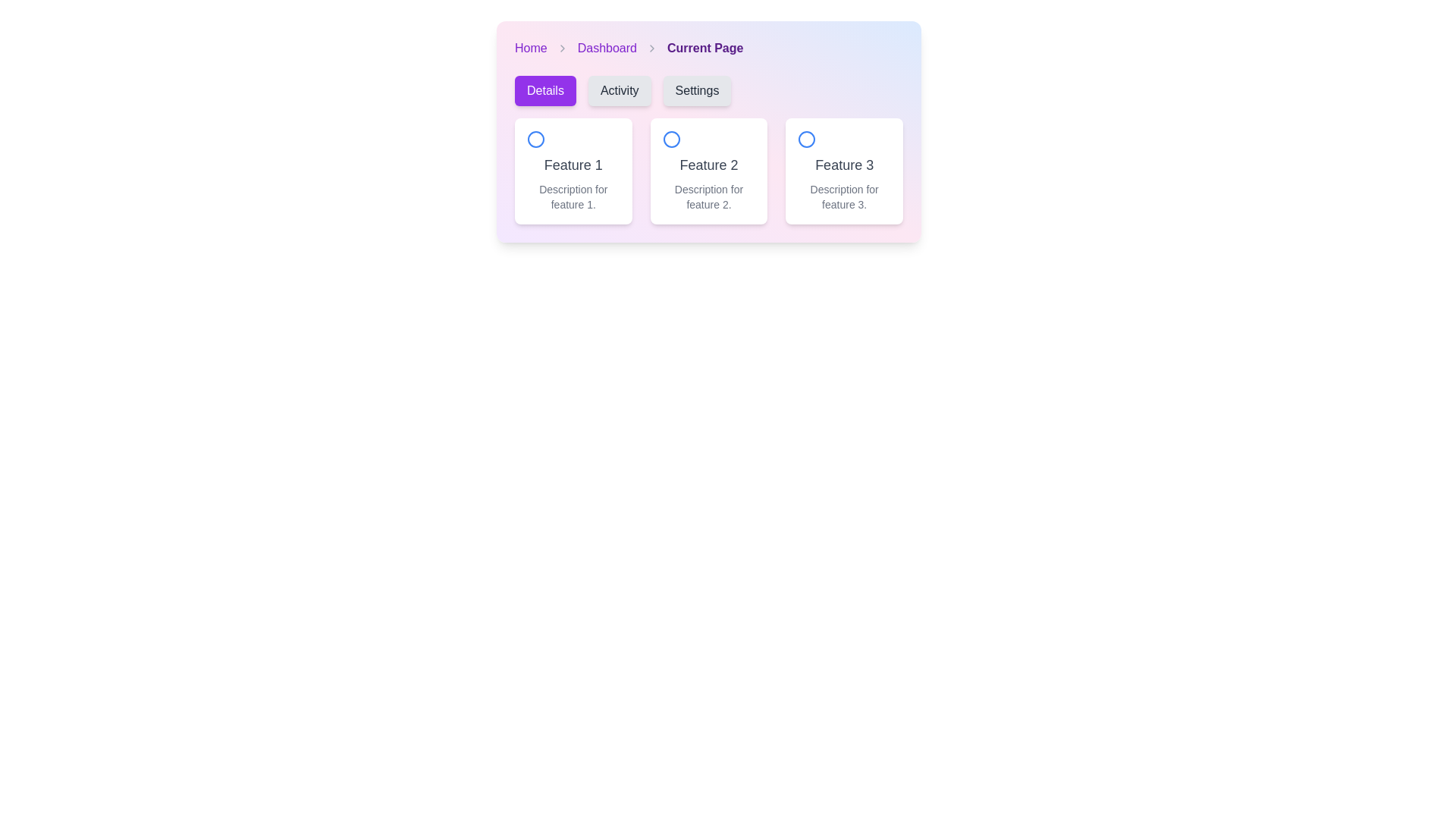 Image resolution: width=1456 pixels, height=819 pixels. I want to click on the 'Activity' button, which is a rectangular button with a gray background and black text, located between the 'Details' and 'Settings' buttons, so click(620, 90).